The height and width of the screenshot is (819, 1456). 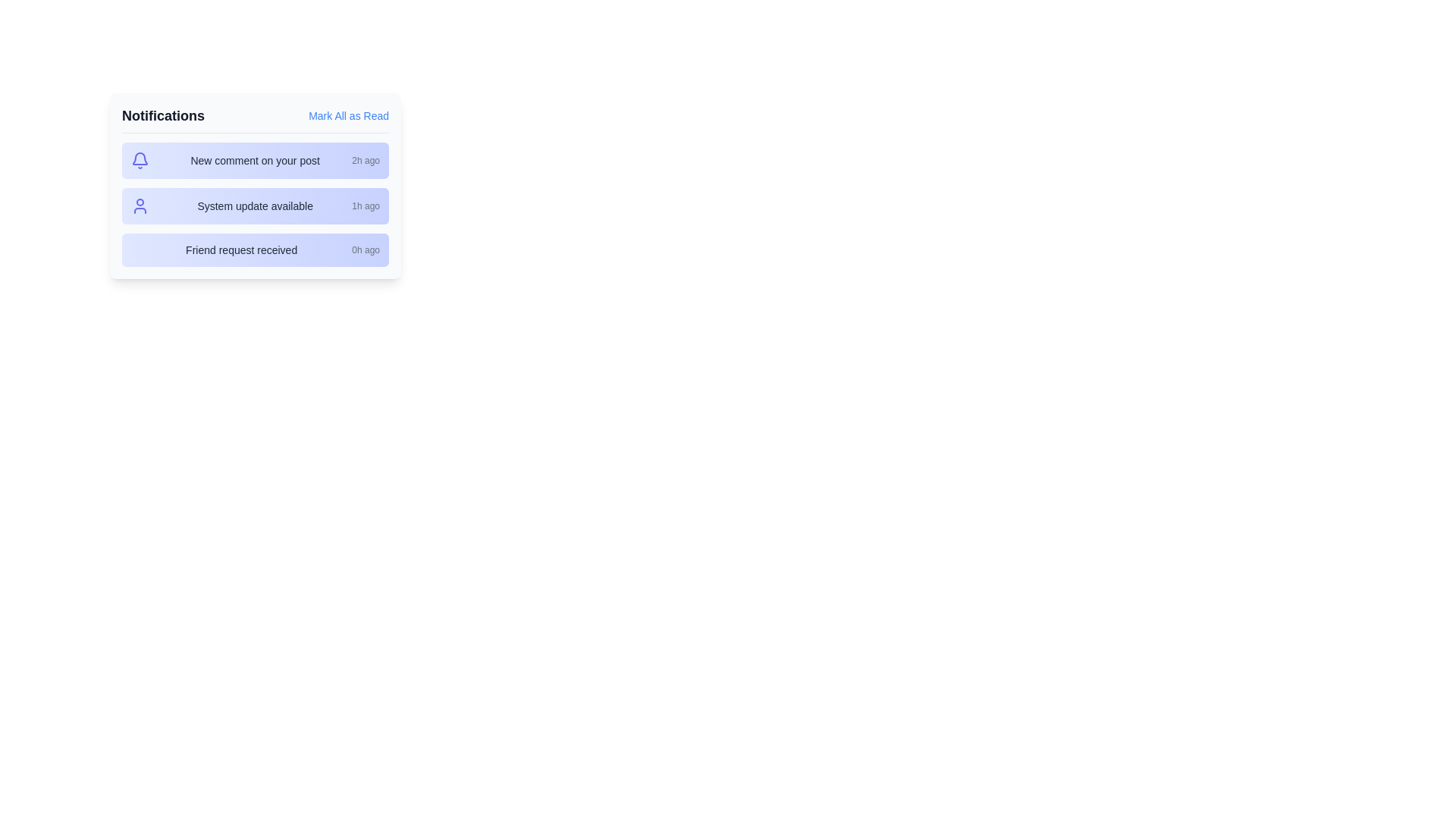 What do you see at coordinates (140, 158) in the screenshot?
I see `the notification icon located in the top-left corner of the notification widget, which indicates the presence of new notifications` at bounding box center [140, 158].